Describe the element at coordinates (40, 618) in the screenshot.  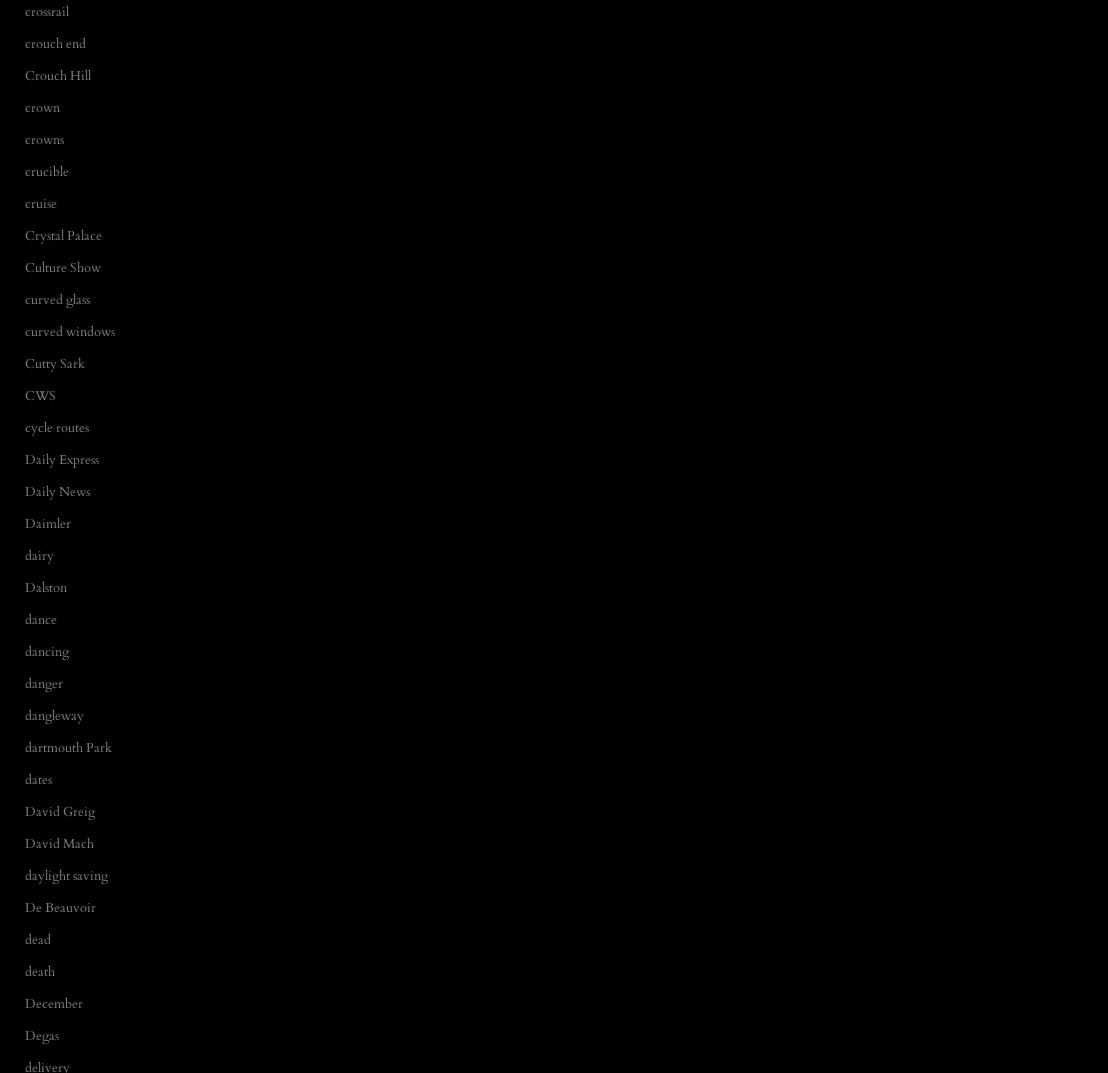
I see `'dance'` at that location.